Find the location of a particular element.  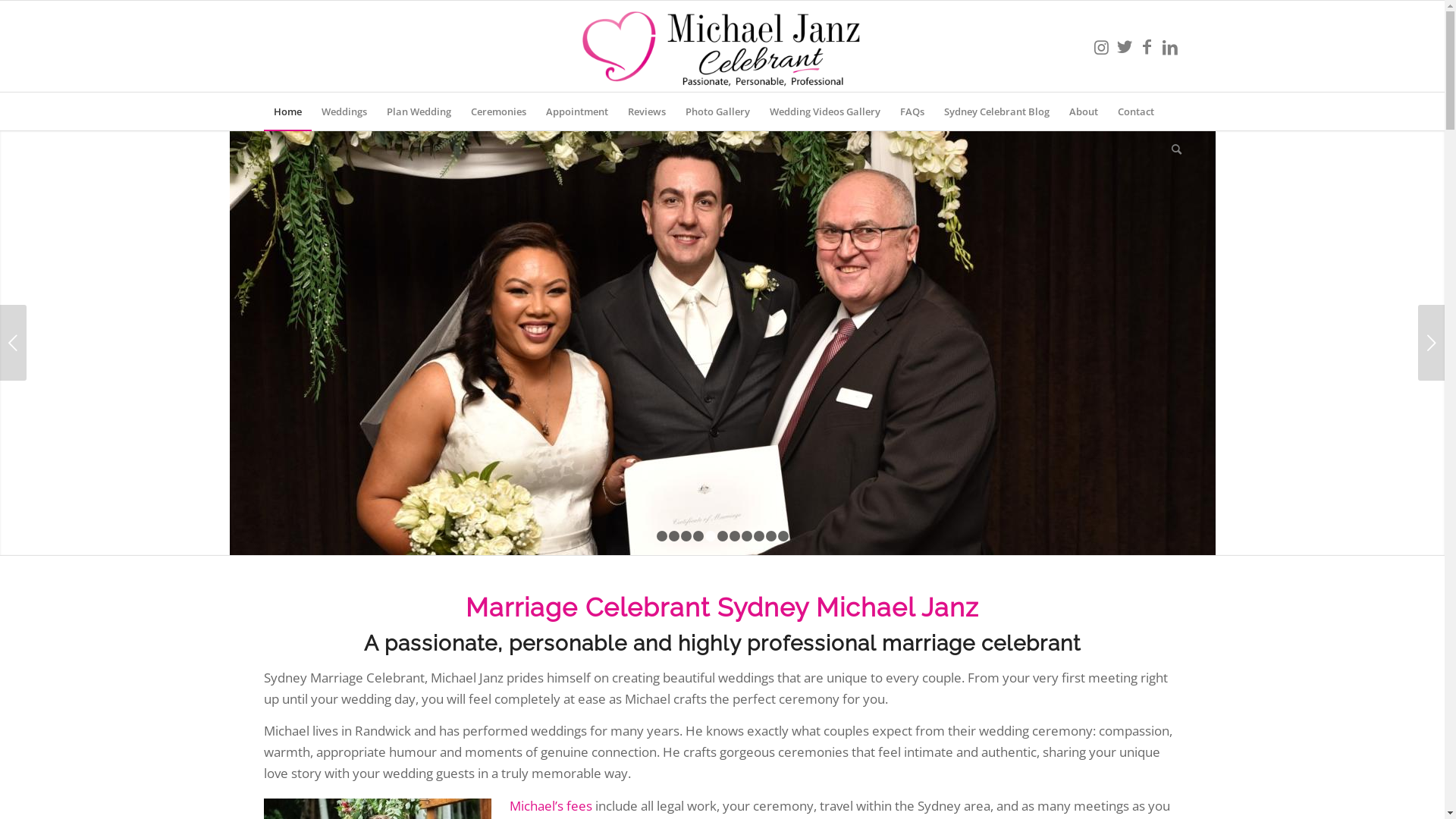

'Plan Wedding' is located at coordinates (375, 110).